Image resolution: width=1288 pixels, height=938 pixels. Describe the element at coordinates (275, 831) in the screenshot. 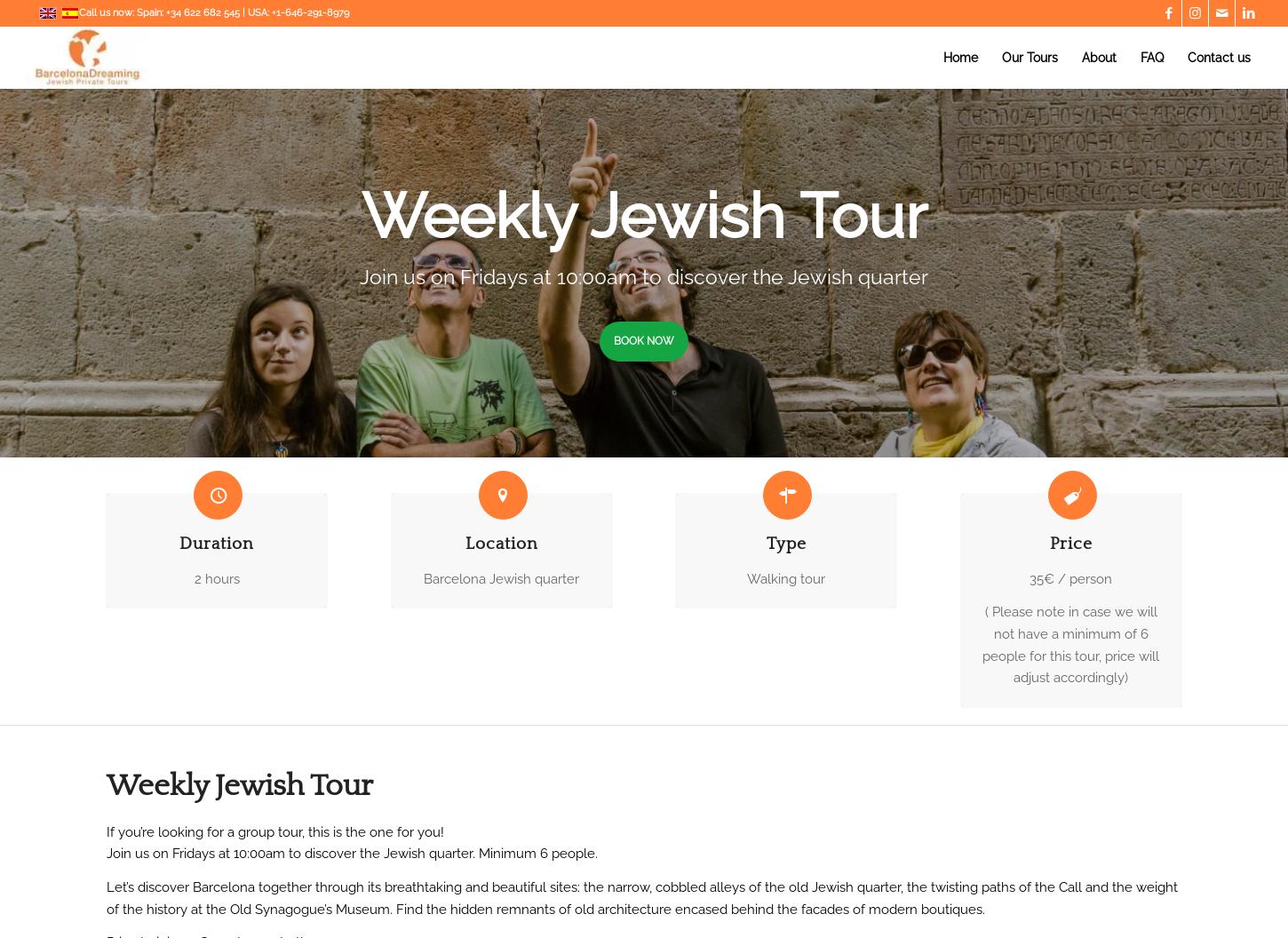

I see `'If you’re looking for a group tour, this is the one for you!'` at that location.